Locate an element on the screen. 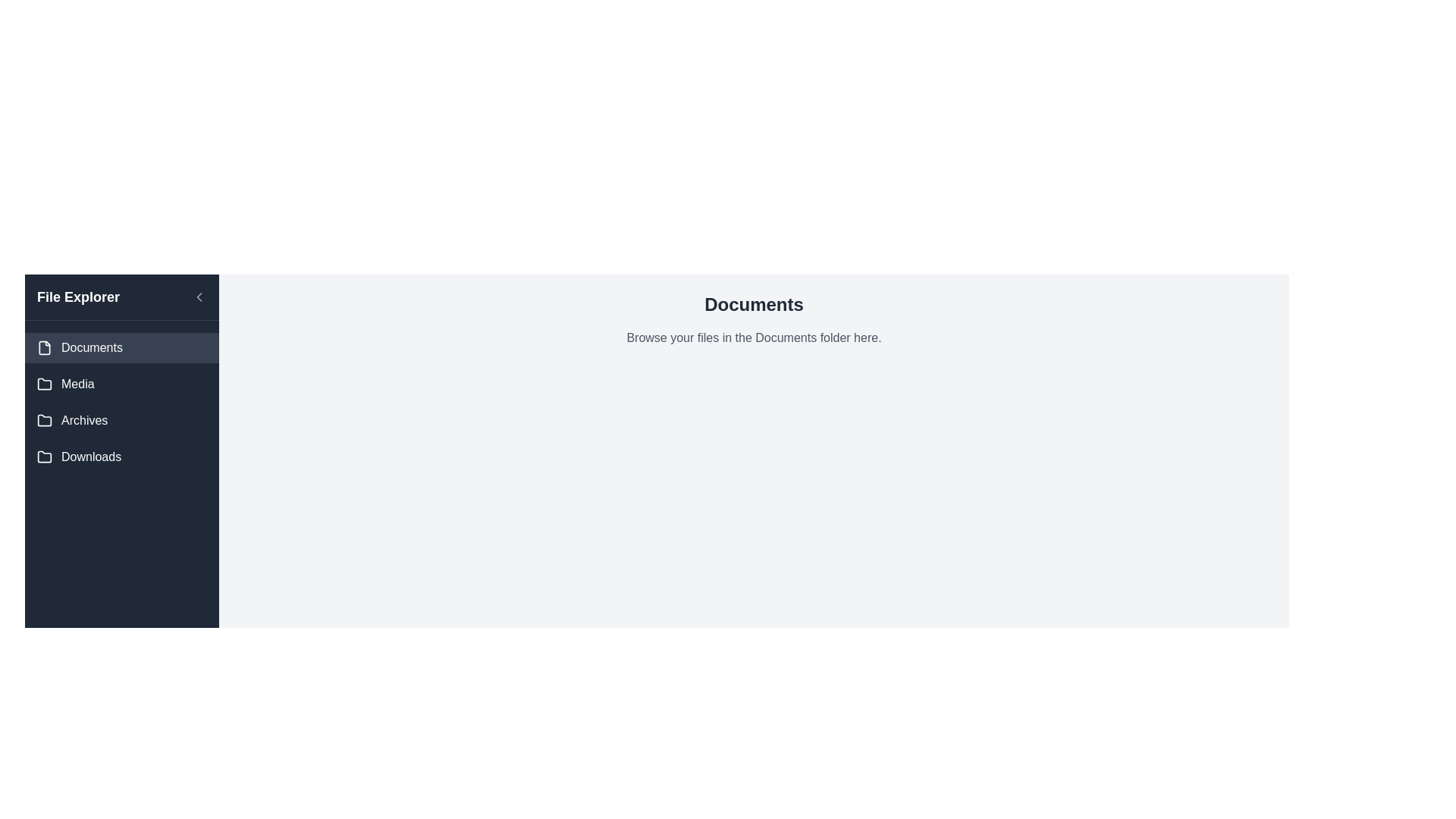 Image resolution: width=1456 pixels, height=819 pixels. the 'Archives' label adjacent to the folder icon in the 'File Explorer' sidebar is located at coordinates (44, 421).